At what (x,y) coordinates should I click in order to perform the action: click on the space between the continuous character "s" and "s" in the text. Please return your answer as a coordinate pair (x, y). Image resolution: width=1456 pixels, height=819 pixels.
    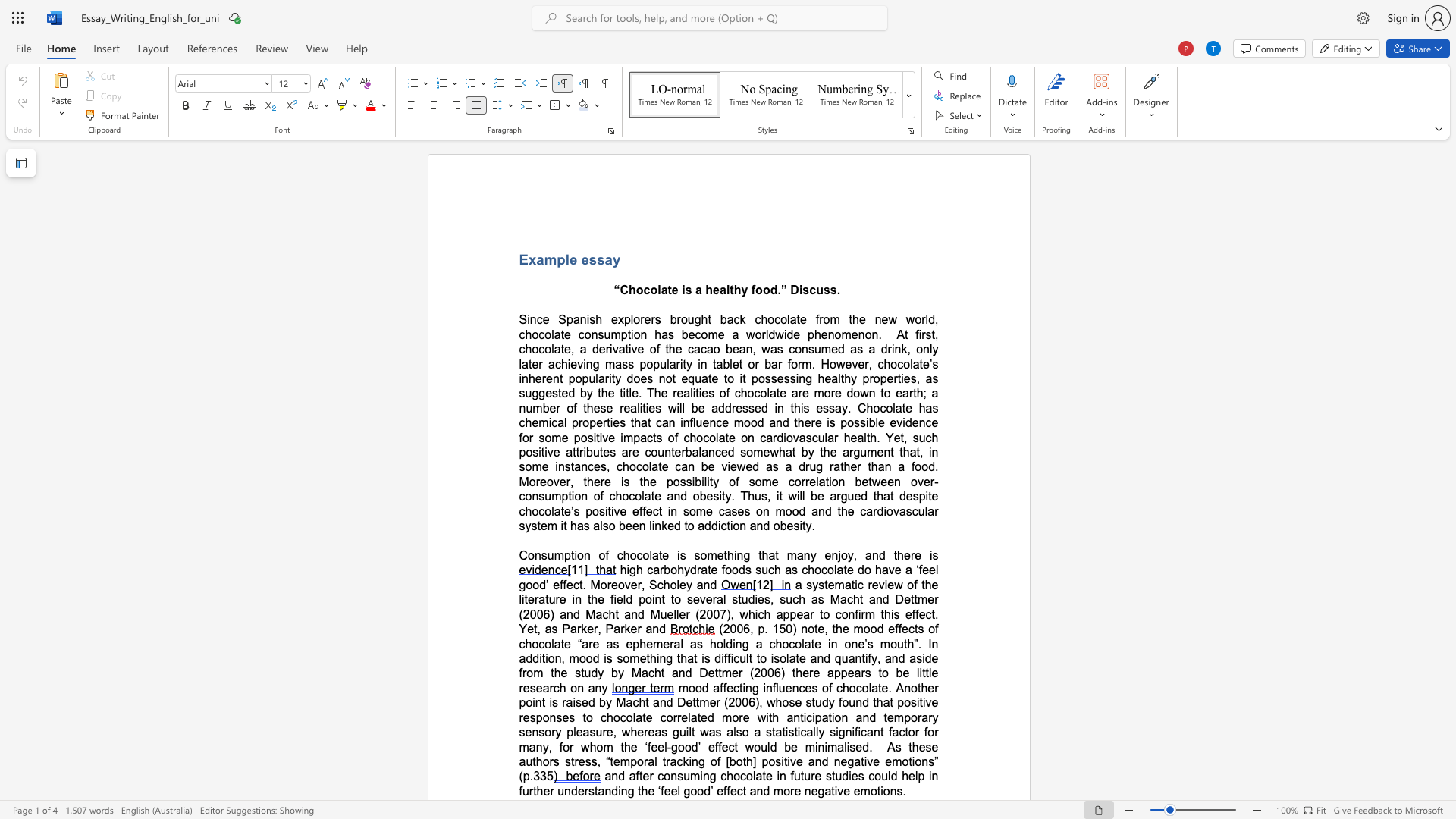
    Looking at the image, I should click on (829, 290).